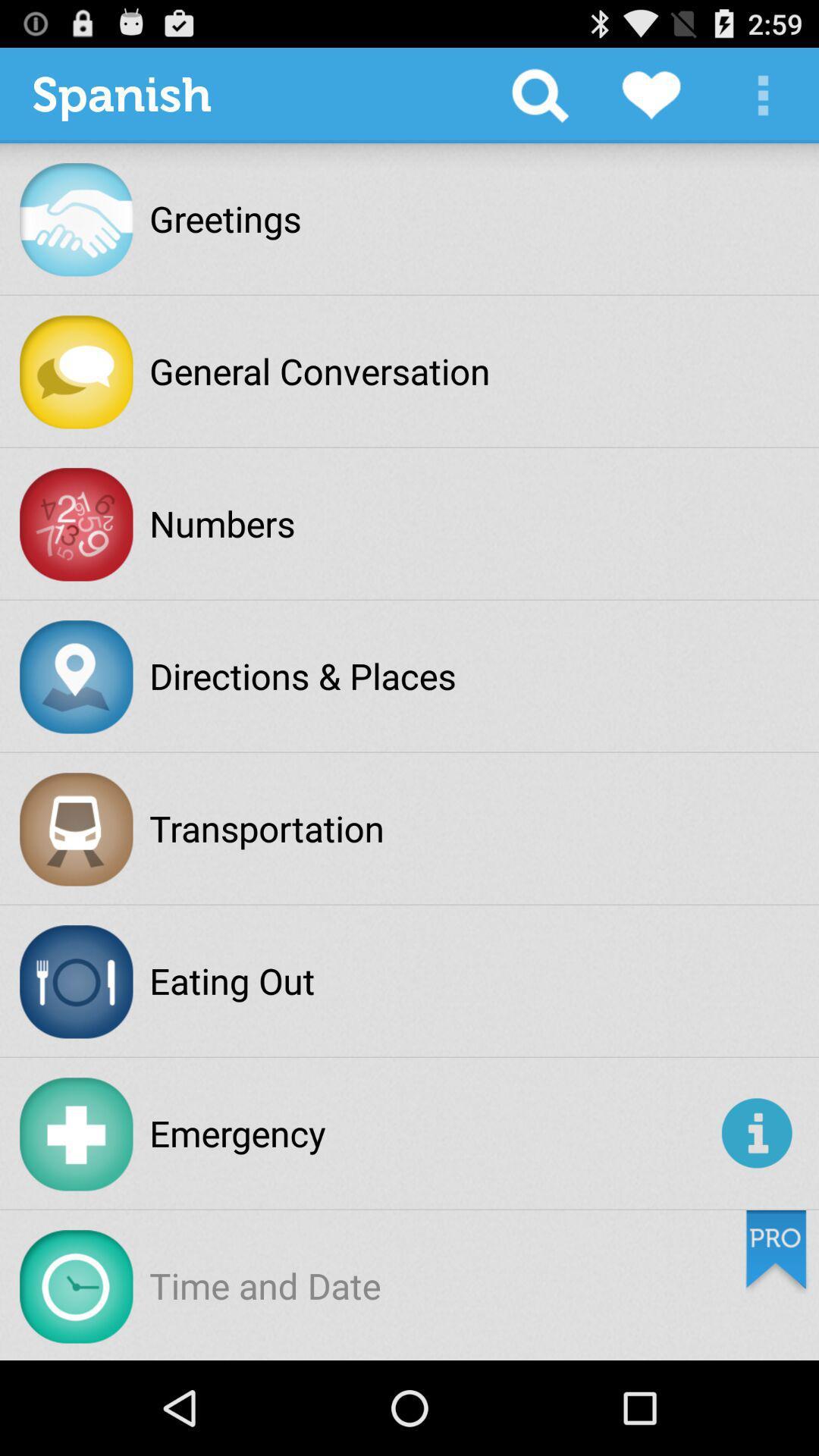  What do you see at coordinates (539, 94) in the screenshot?
I see `the app above the general conversation item` at bounding box center [539, 94].